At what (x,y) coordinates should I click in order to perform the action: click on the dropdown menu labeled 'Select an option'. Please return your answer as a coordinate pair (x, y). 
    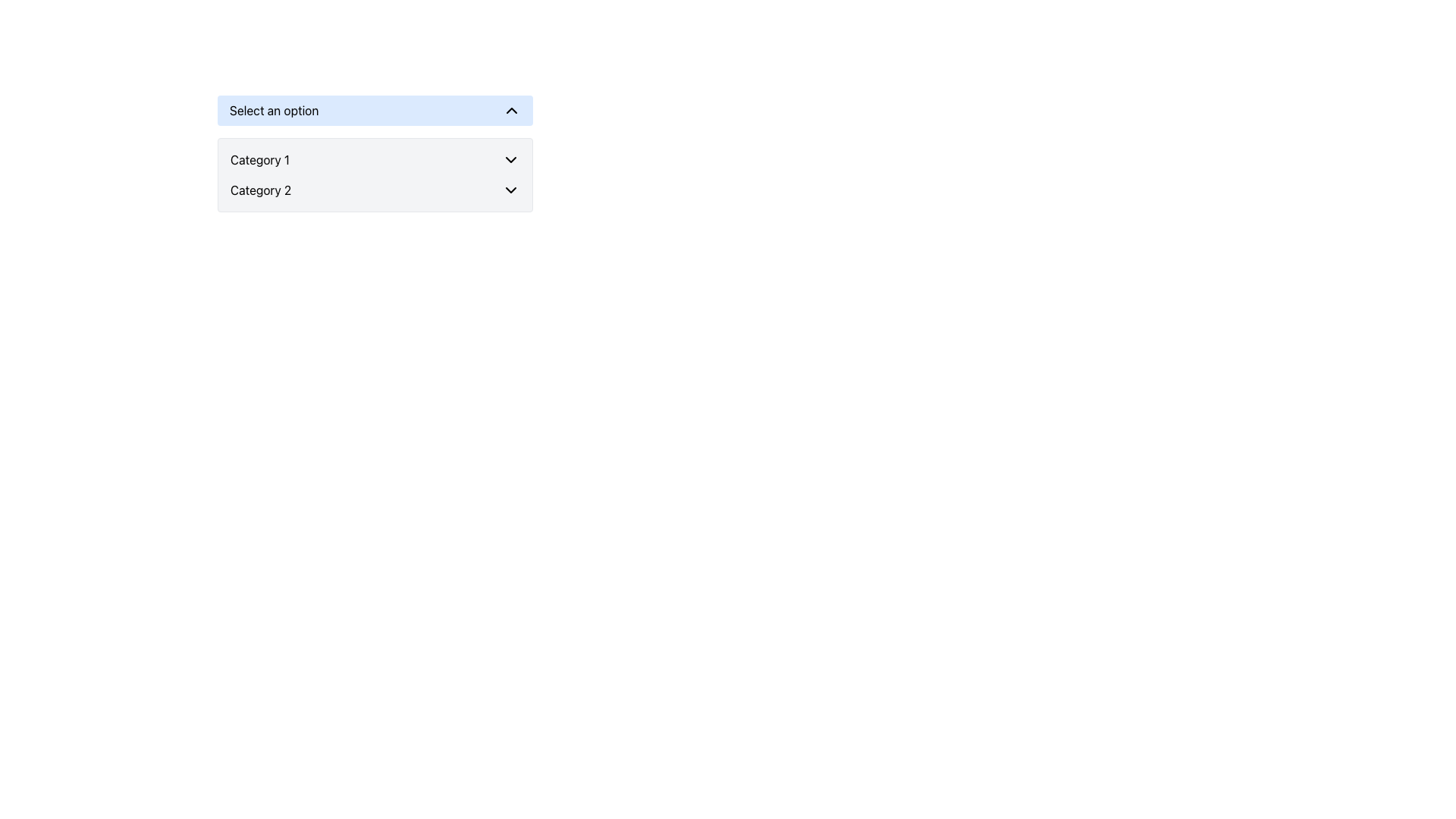
    Looking at the image, I should click on (375, 154).